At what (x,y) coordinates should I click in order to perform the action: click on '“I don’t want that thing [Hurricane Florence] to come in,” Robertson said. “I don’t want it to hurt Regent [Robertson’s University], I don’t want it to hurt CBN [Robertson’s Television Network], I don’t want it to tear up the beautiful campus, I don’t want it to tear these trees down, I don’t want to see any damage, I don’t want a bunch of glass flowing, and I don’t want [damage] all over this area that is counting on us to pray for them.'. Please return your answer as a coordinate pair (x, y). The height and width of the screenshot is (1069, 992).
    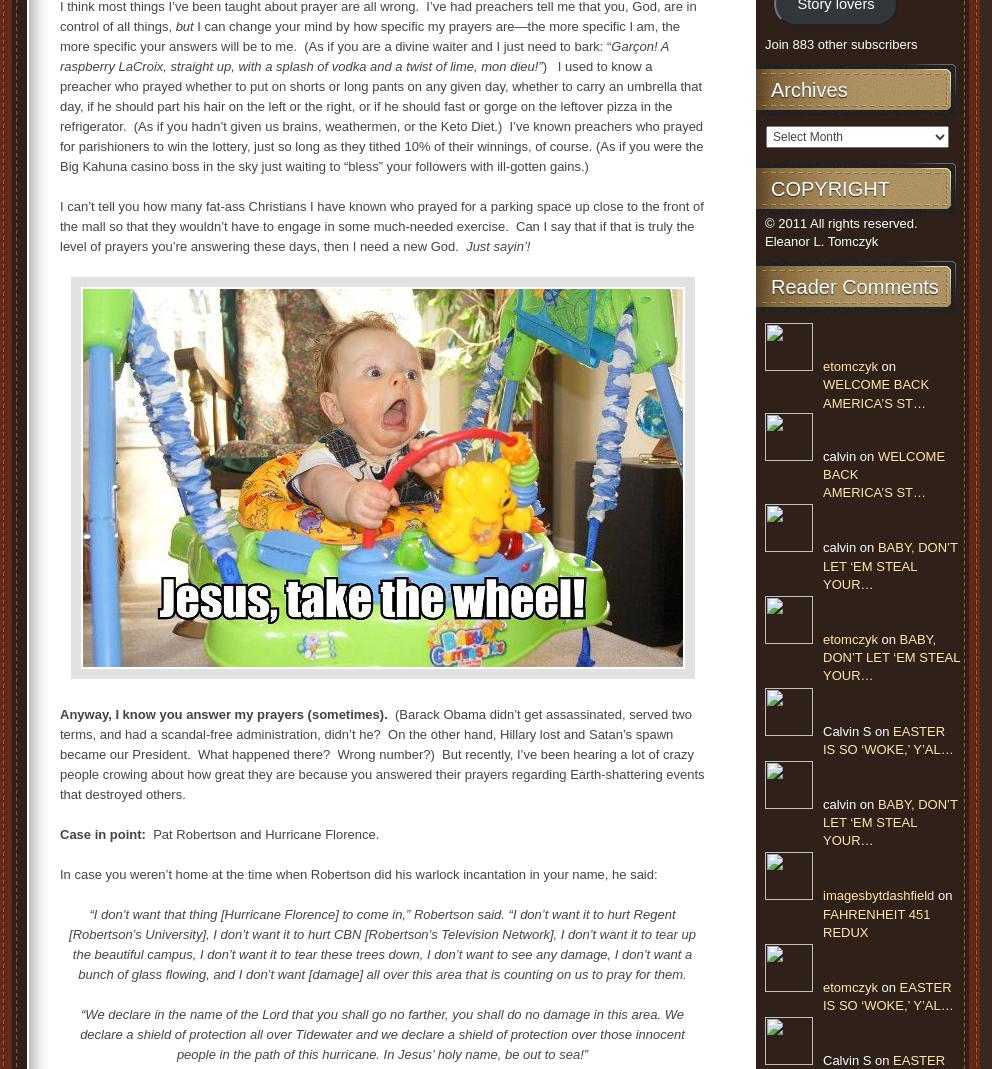
    Looking at the image, I should click on (382, 943).